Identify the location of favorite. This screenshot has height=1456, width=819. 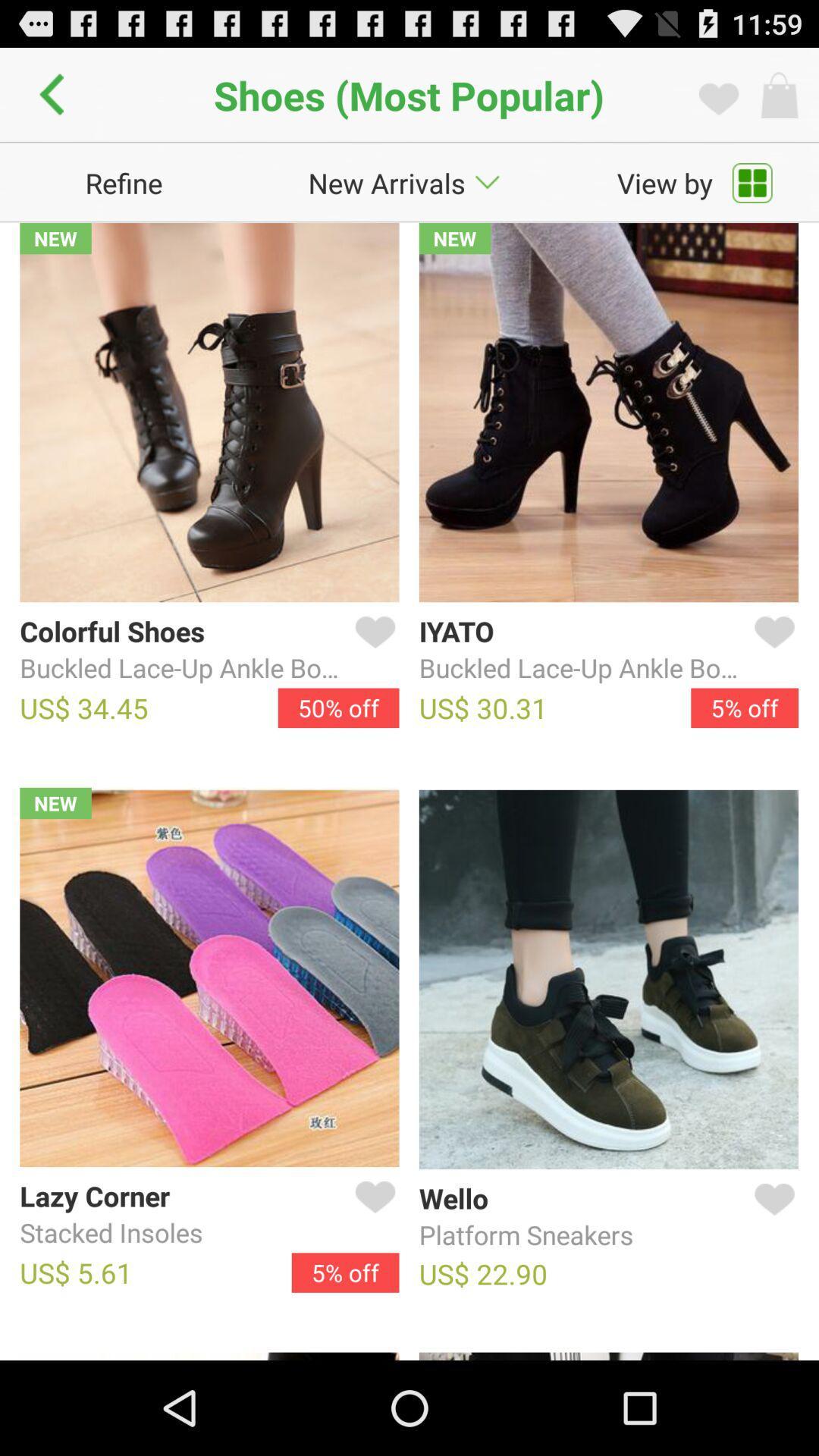
(372, 1215).